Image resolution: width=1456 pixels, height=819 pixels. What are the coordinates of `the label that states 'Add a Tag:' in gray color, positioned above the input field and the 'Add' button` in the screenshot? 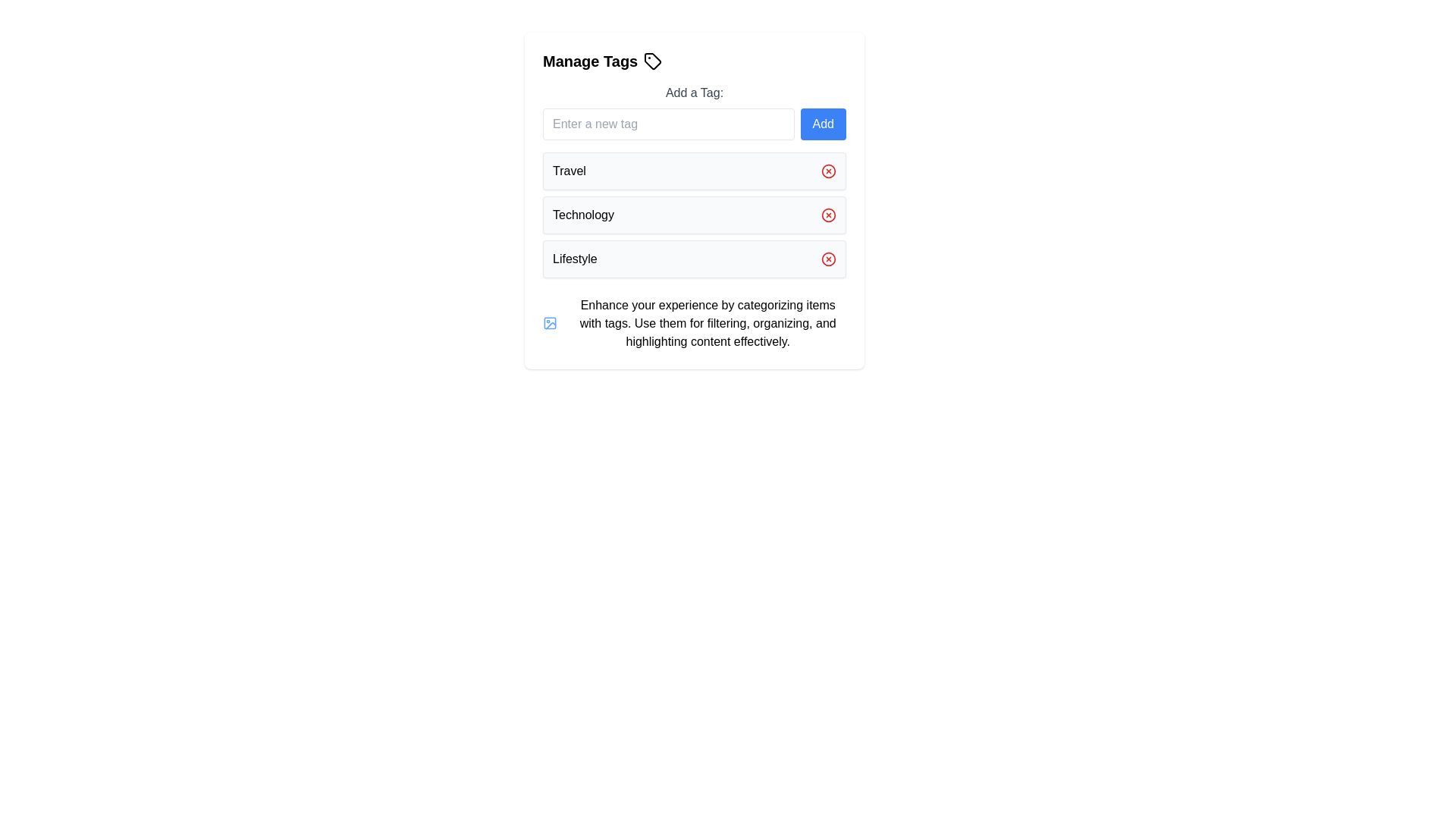 It's located at (694, 93).